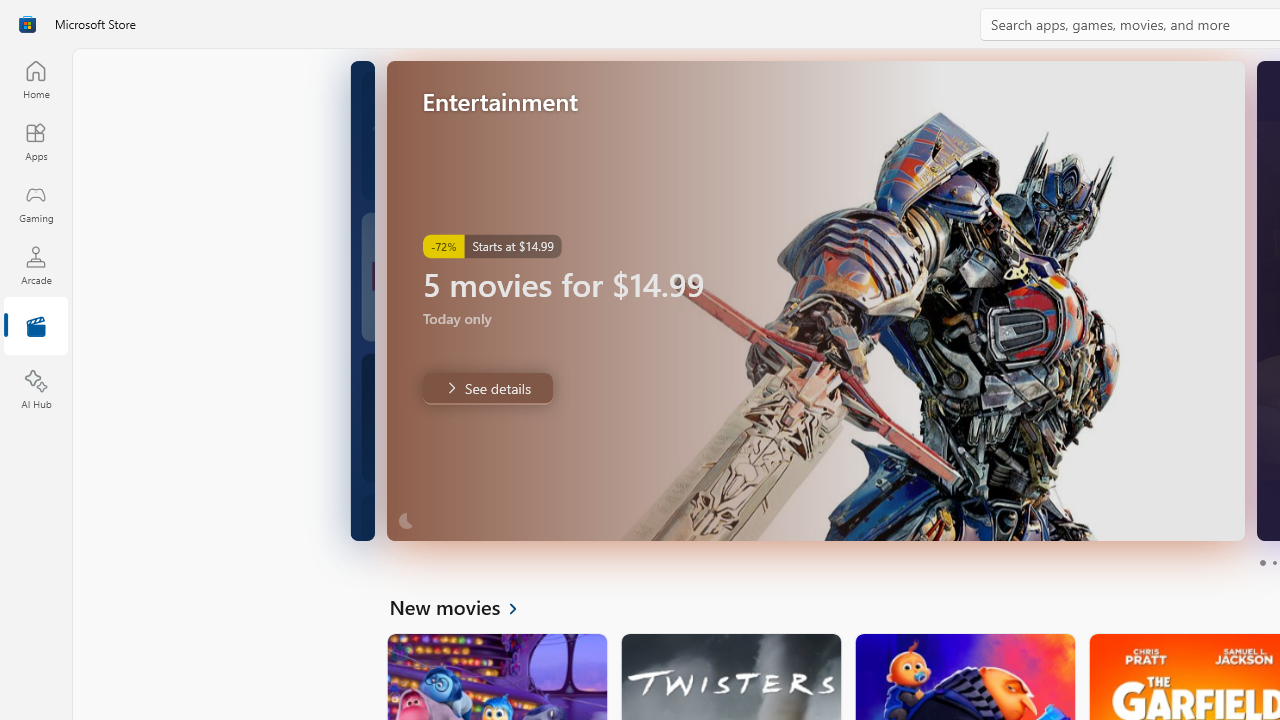 This screenshot has height=720, width=1280. I want to click on 'Home', so click(35, 78).